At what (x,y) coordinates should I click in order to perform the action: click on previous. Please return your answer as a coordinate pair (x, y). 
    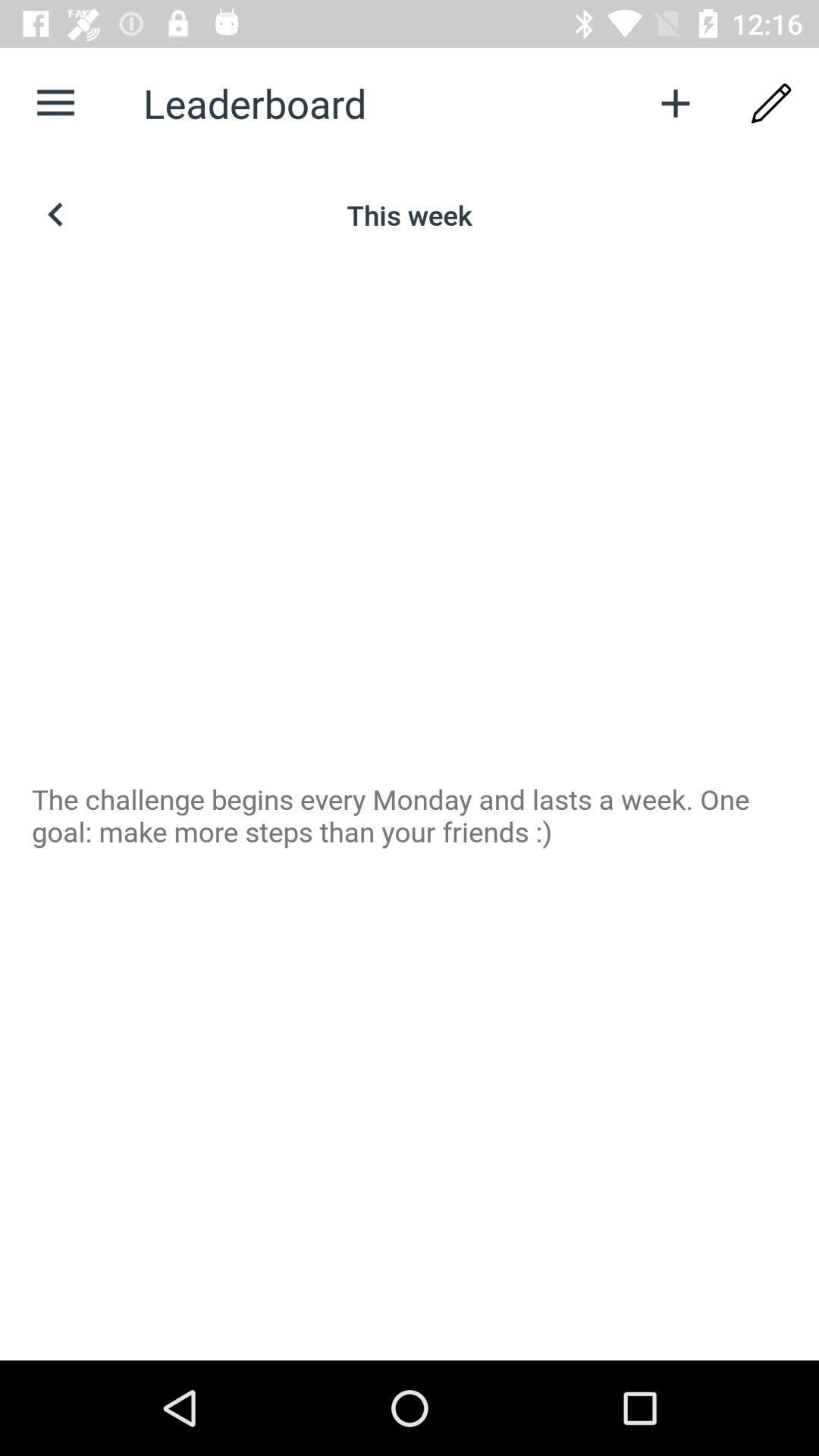
    Looking at the image, I should click on (55, 214).